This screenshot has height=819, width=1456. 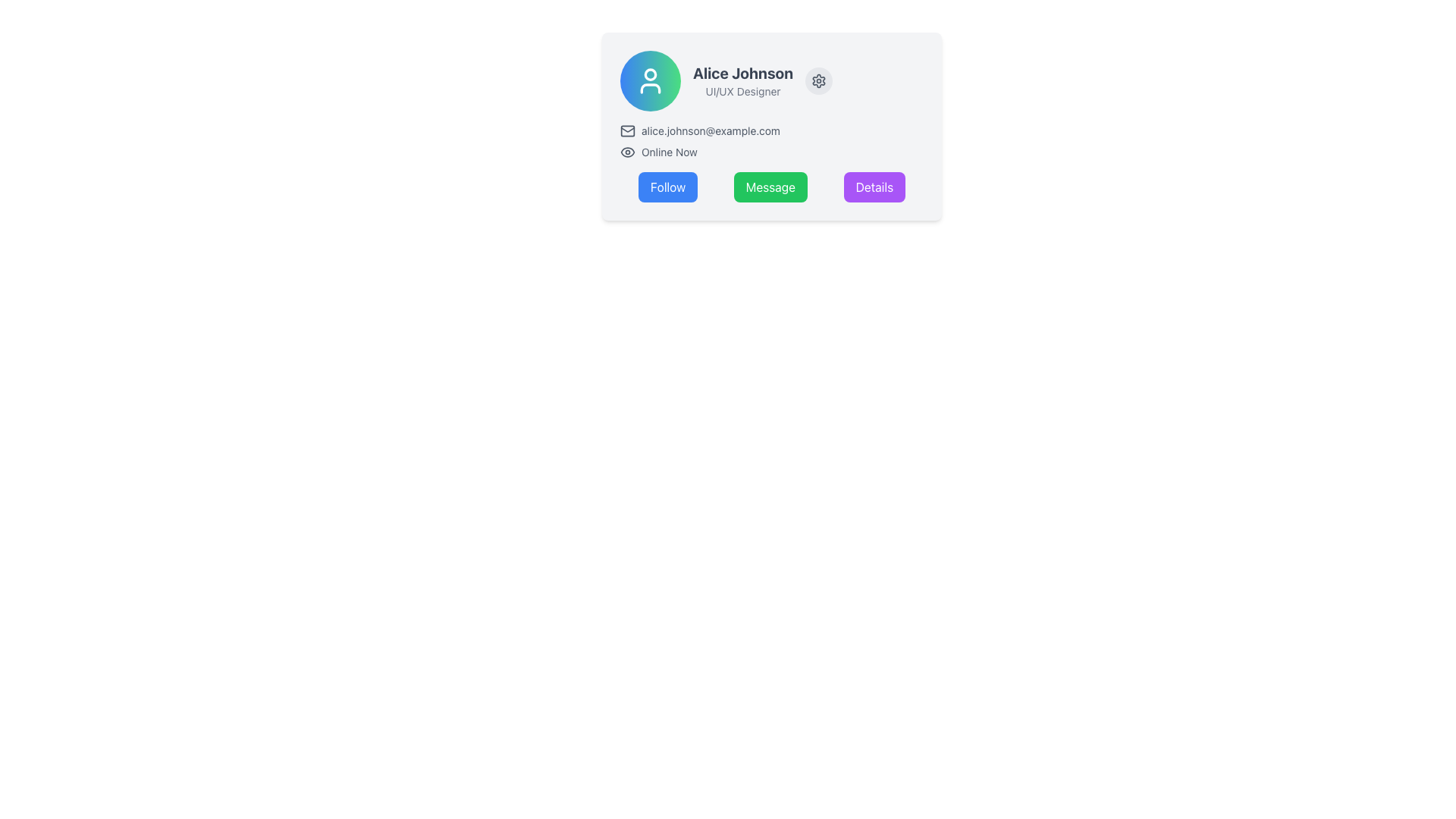 I want to click on the green 'Message' button located at the bottom of the UI card for user profile 'Alice Johnson', so click(x=771, y=186).